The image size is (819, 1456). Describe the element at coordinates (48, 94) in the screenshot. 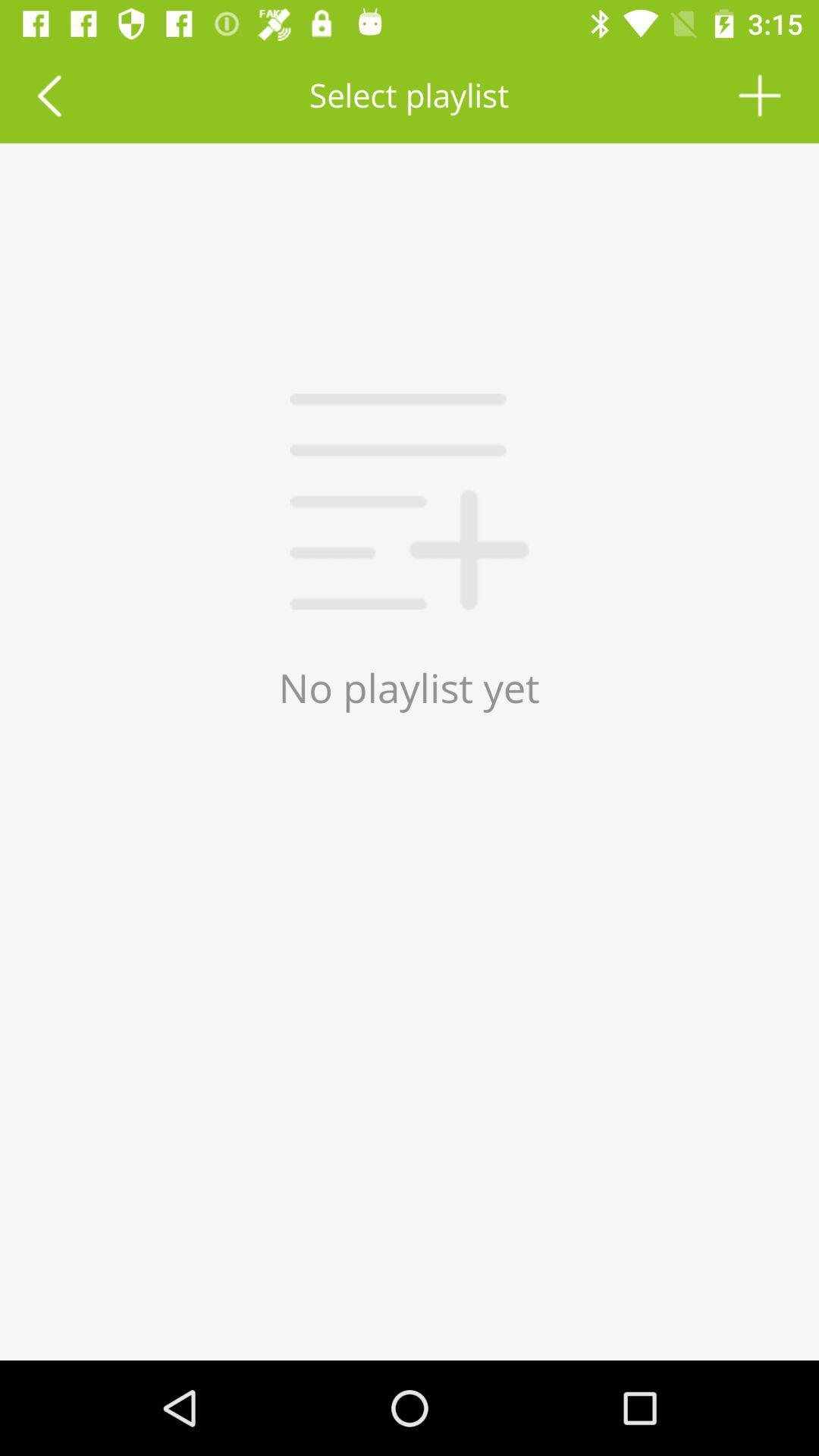

I see `the item at the top left corner` at that location.